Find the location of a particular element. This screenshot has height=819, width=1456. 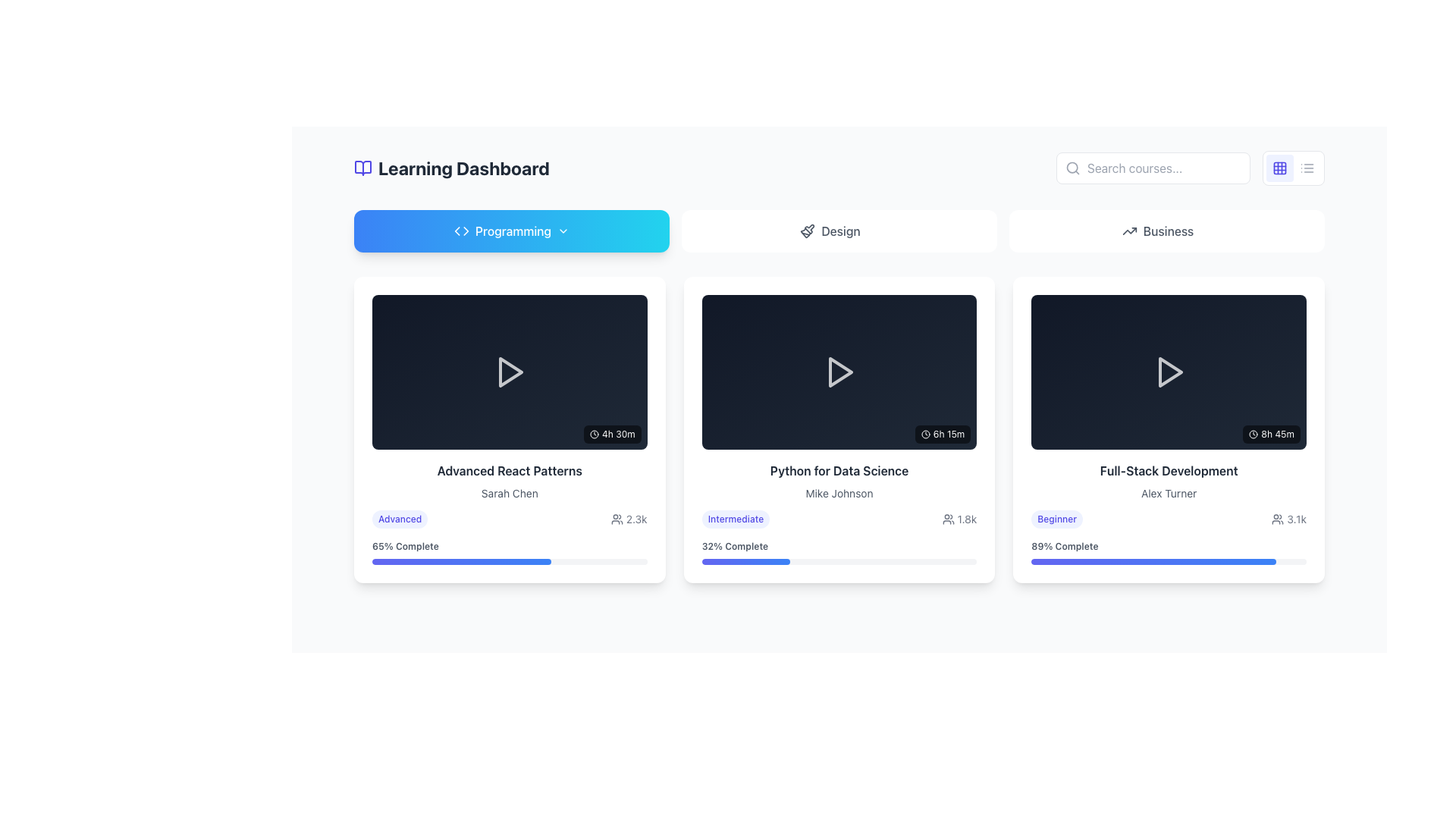

the first button in the upper section of the interface, which is designed to filter or navigate content related to programming topics is located at coordinates (512, 231).